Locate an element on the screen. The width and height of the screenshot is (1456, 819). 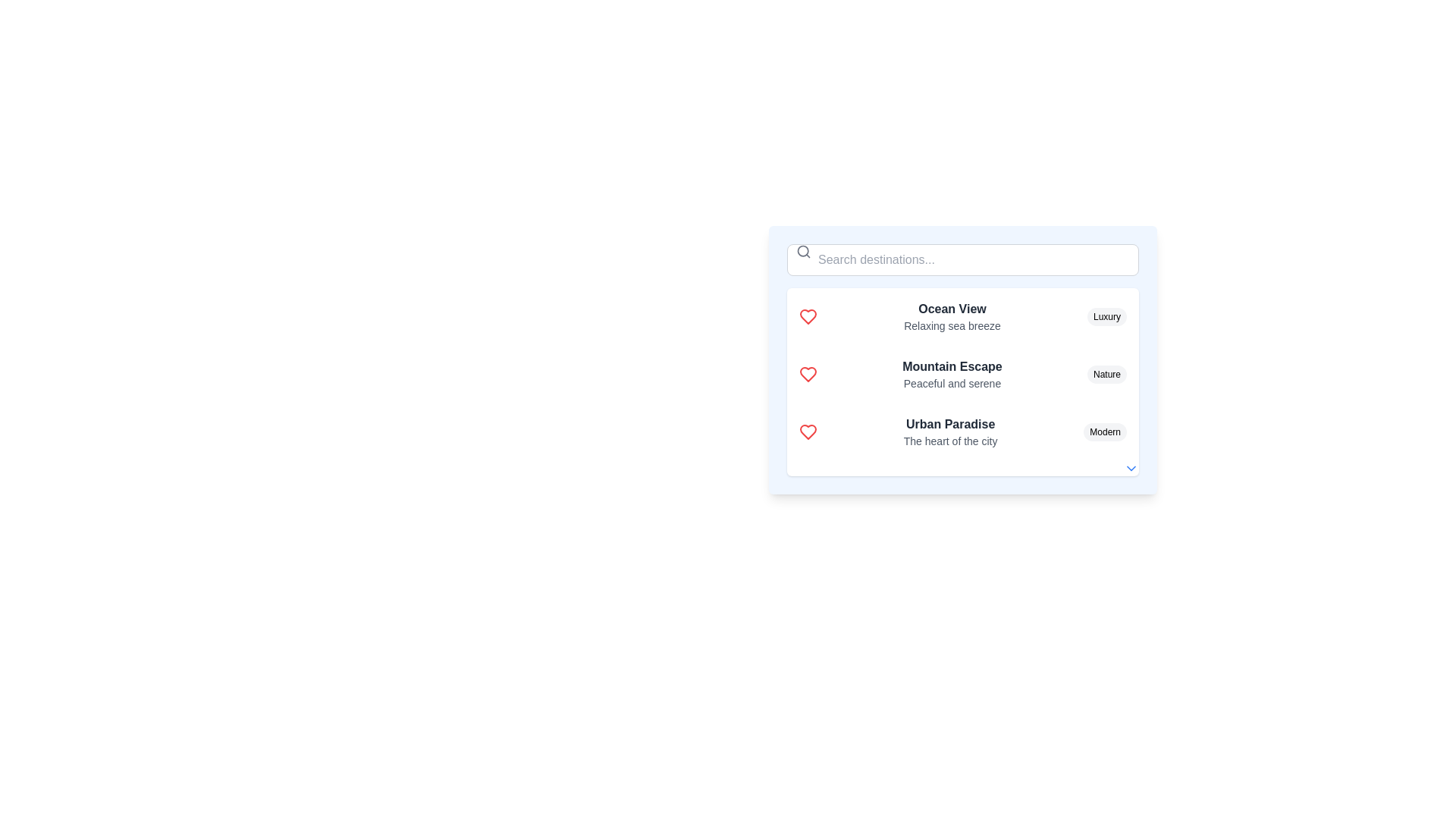
the descriptive text label providing information for 'Mountain Escape', located under the item in a vertical list is located at coordinates (952, 382).